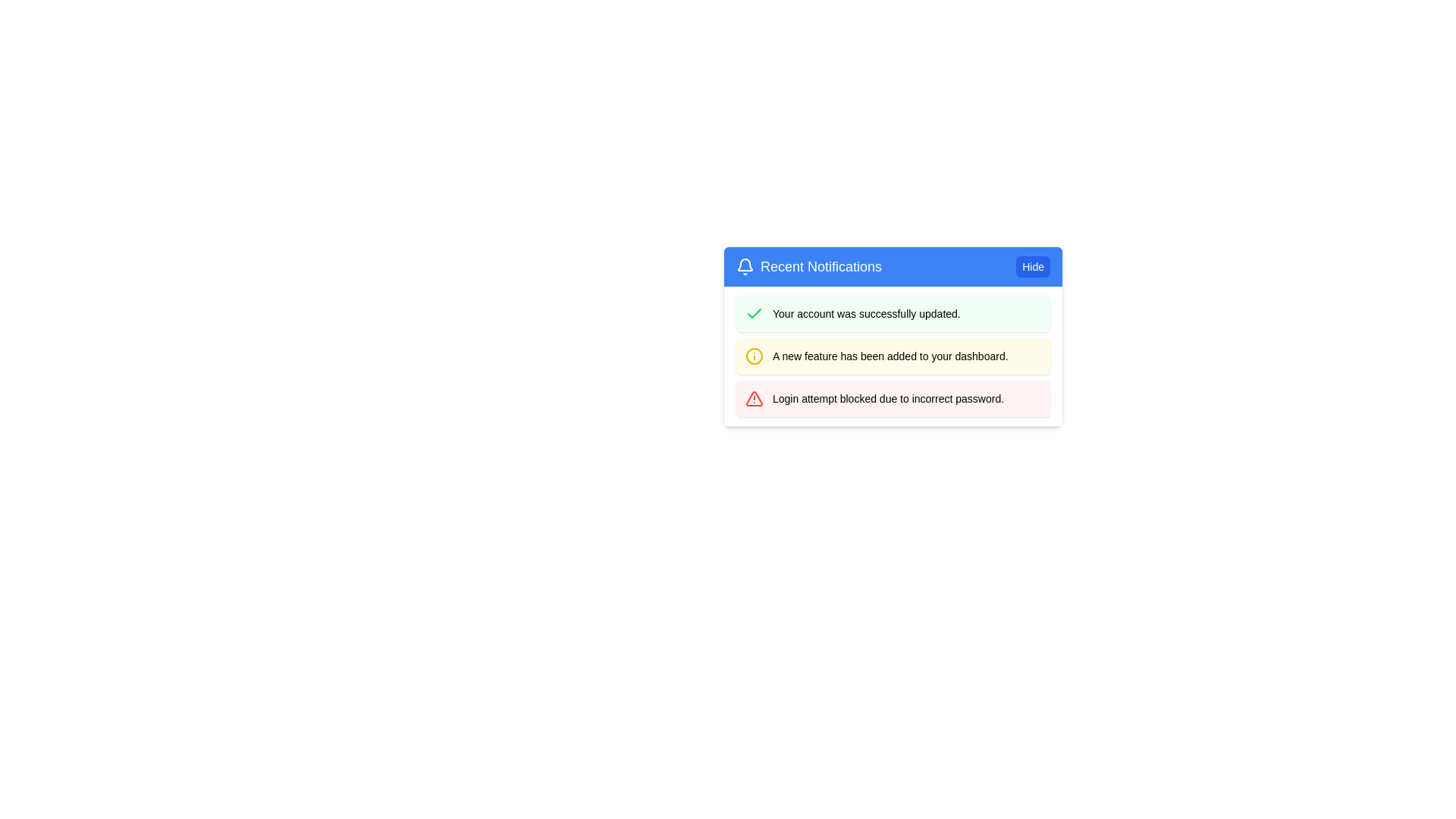 The width and height of the screenshot is (1456, 819). Describe the element at coordinates (754, 356) in the screenshot. I see `the circular graphical element with a yellow fill and borders, which is part of an information graphic icon located in the middle of the second notification item` at that location.